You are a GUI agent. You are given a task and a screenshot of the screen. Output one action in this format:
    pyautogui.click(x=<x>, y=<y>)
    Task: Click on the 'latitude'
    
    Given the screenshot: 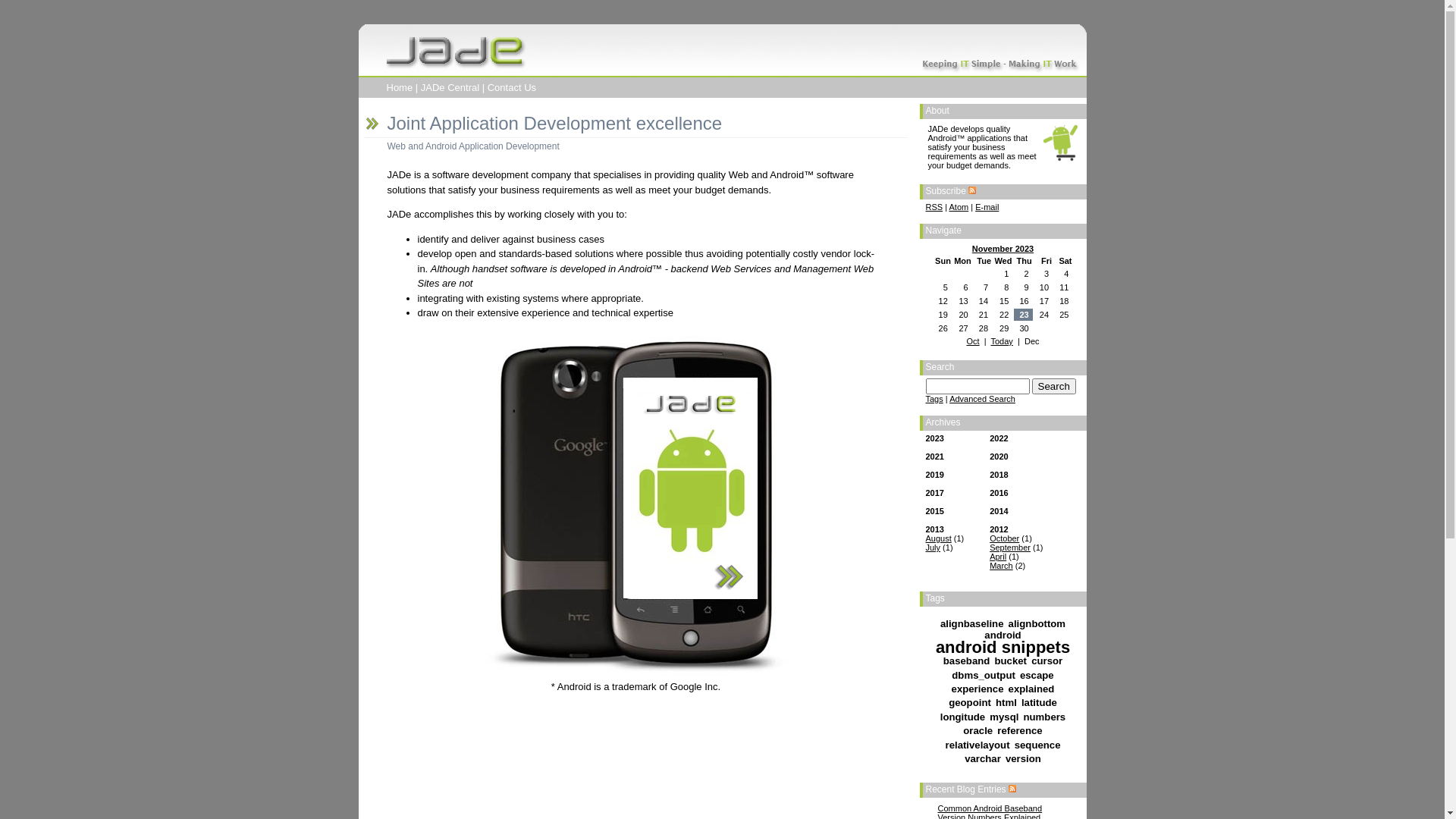 What is the action you would take?
    pyautogui.click(x=1038, y=702)
    